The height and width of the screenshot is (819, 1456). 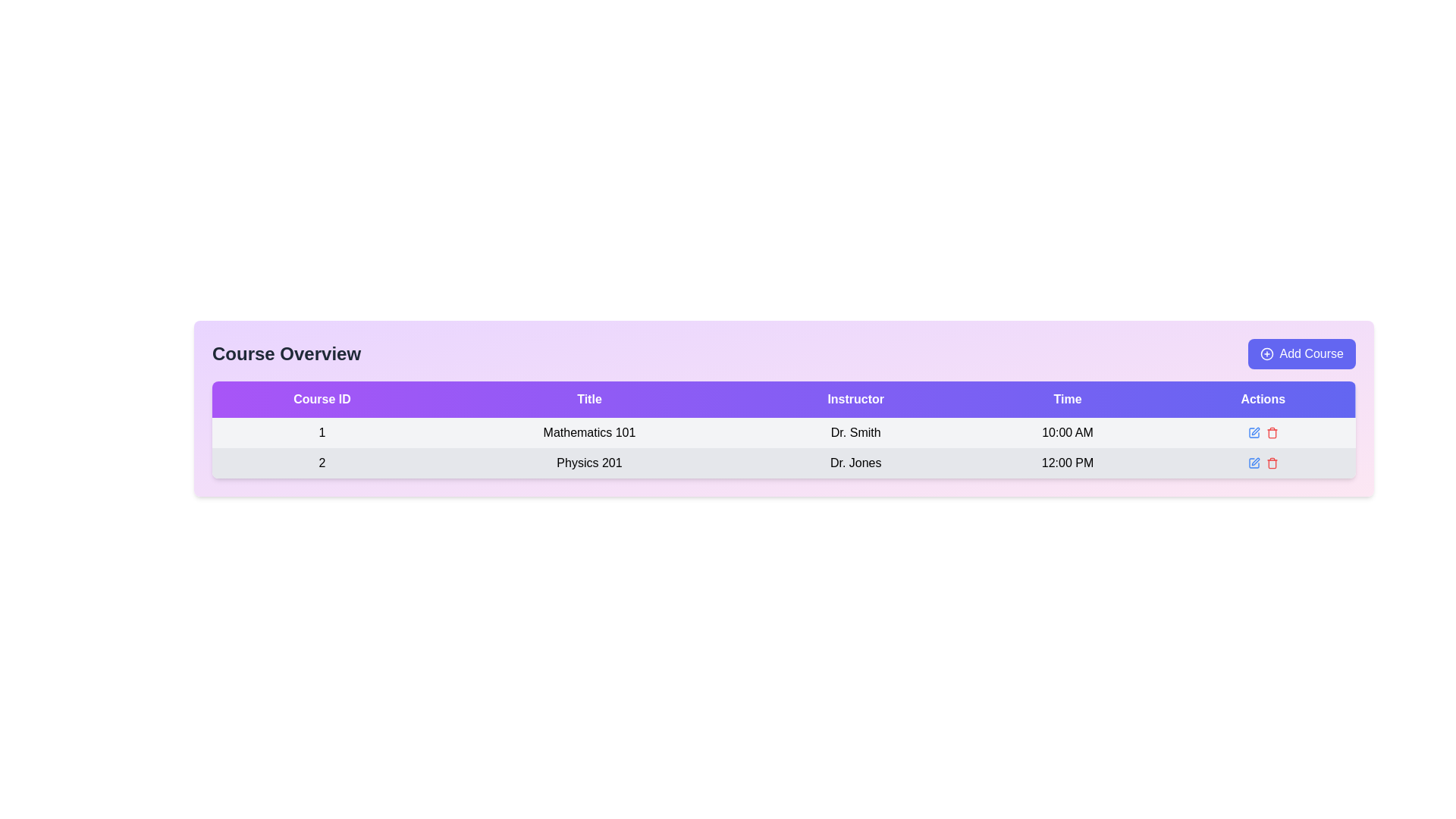 What do you see at coordinates (1263, 399) in the screenshot?
I see `the 'Actions' text label in the table column header, which is centered in a rectangular area with white text on a purple background, located in the top-right section of the table` at bounding box center [1263, 399].